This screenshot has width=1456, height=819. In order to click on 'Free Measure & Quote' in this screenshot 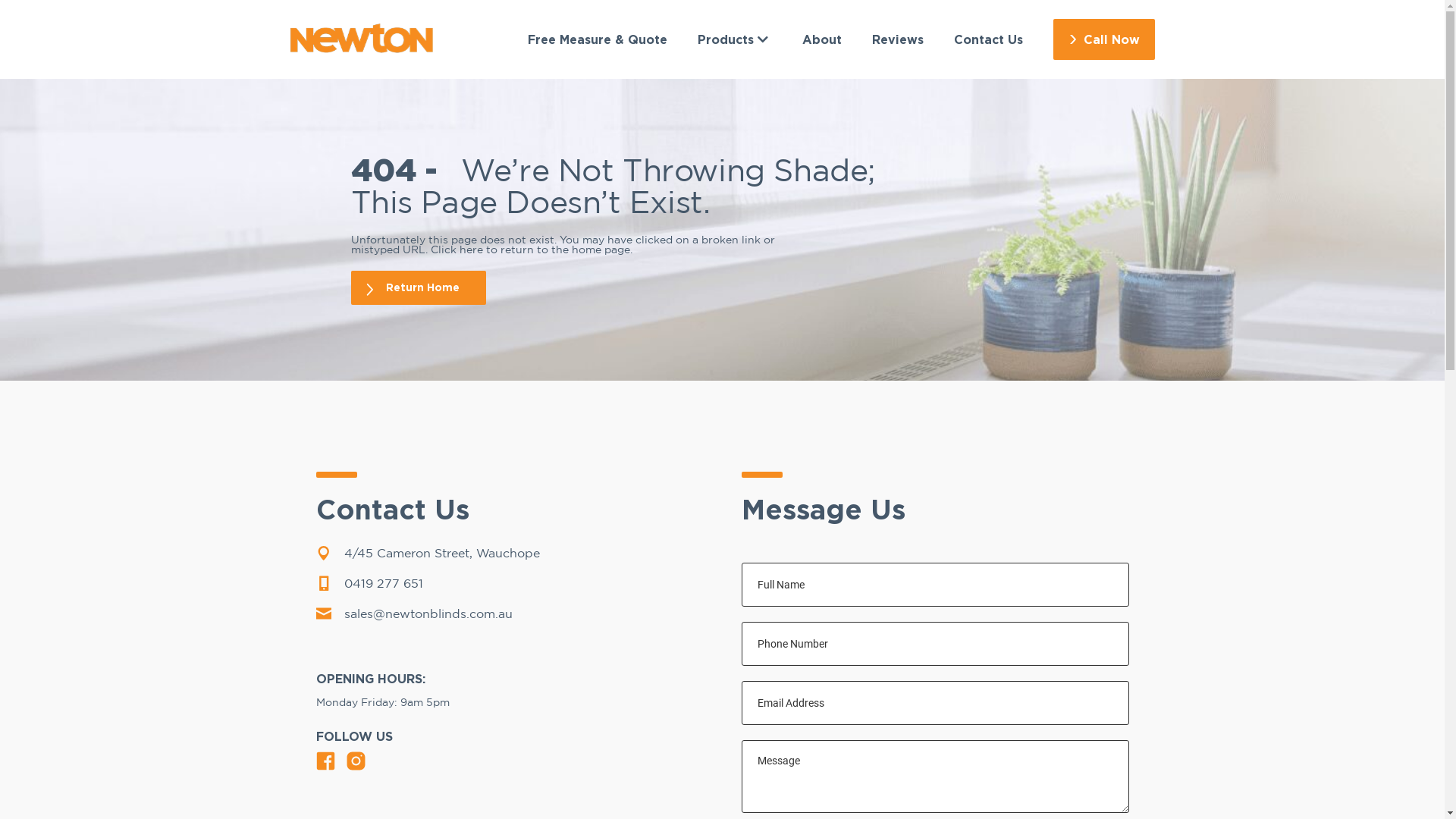, I will do `click(596, 38)`.